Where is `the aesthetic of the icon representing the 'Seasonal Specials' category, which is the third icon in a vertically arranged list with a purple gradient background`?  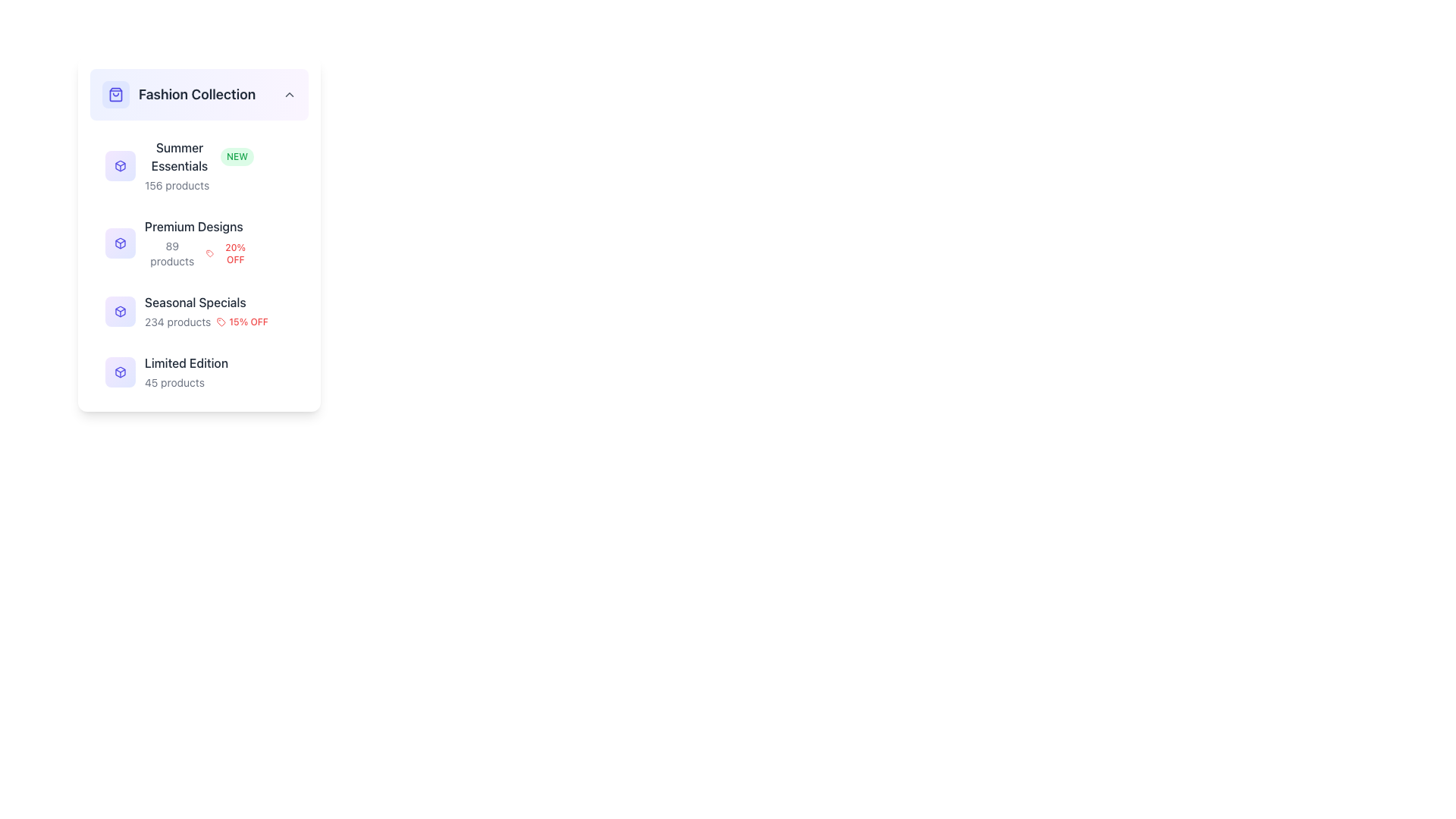
the aesthetic of the icon representing the 'Seasonal Specials' category, which is the third icon in a vertically arranged list with a purple gradient background is located at coordinates (119, 311).